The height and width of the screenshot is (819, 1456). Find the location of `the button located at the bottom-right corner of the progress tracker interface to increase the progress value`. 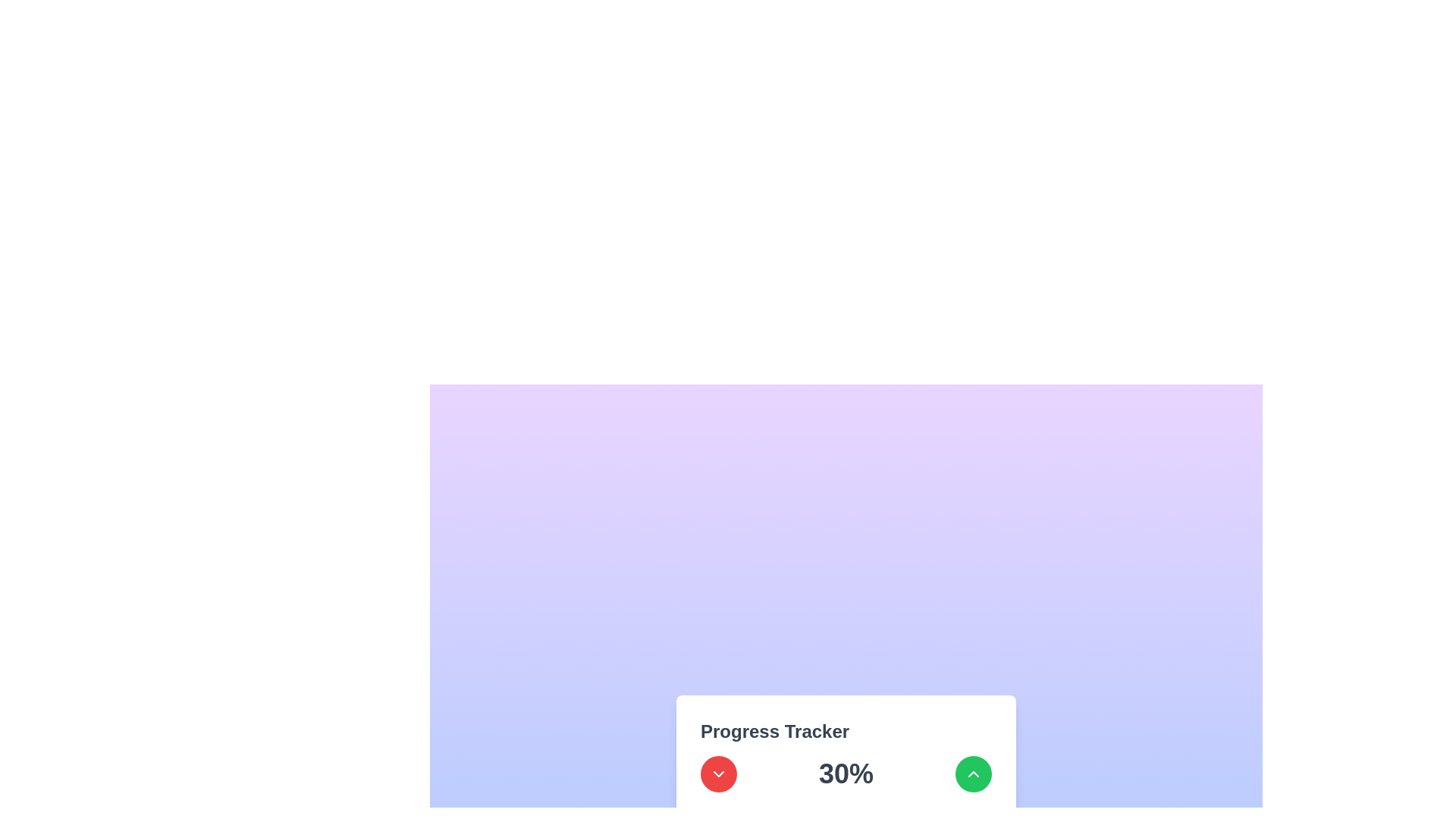

the button located at the bottom-right corner of the progress tracker interface to increase the progress value is located at coordinates (973, 774).